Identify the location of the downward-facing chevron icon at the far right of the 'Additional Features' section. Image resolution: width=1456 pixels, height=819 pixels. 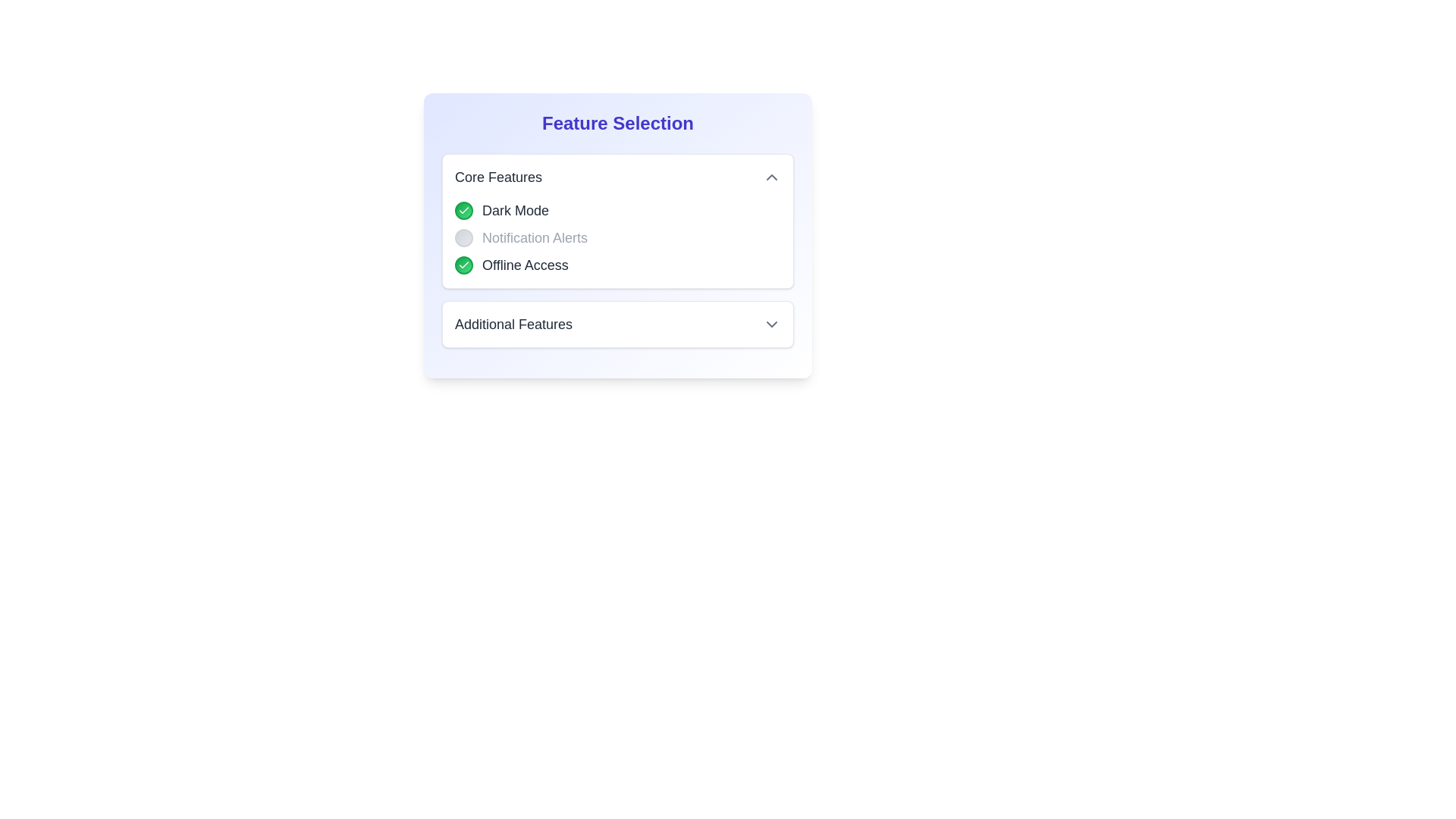
(771, 324).